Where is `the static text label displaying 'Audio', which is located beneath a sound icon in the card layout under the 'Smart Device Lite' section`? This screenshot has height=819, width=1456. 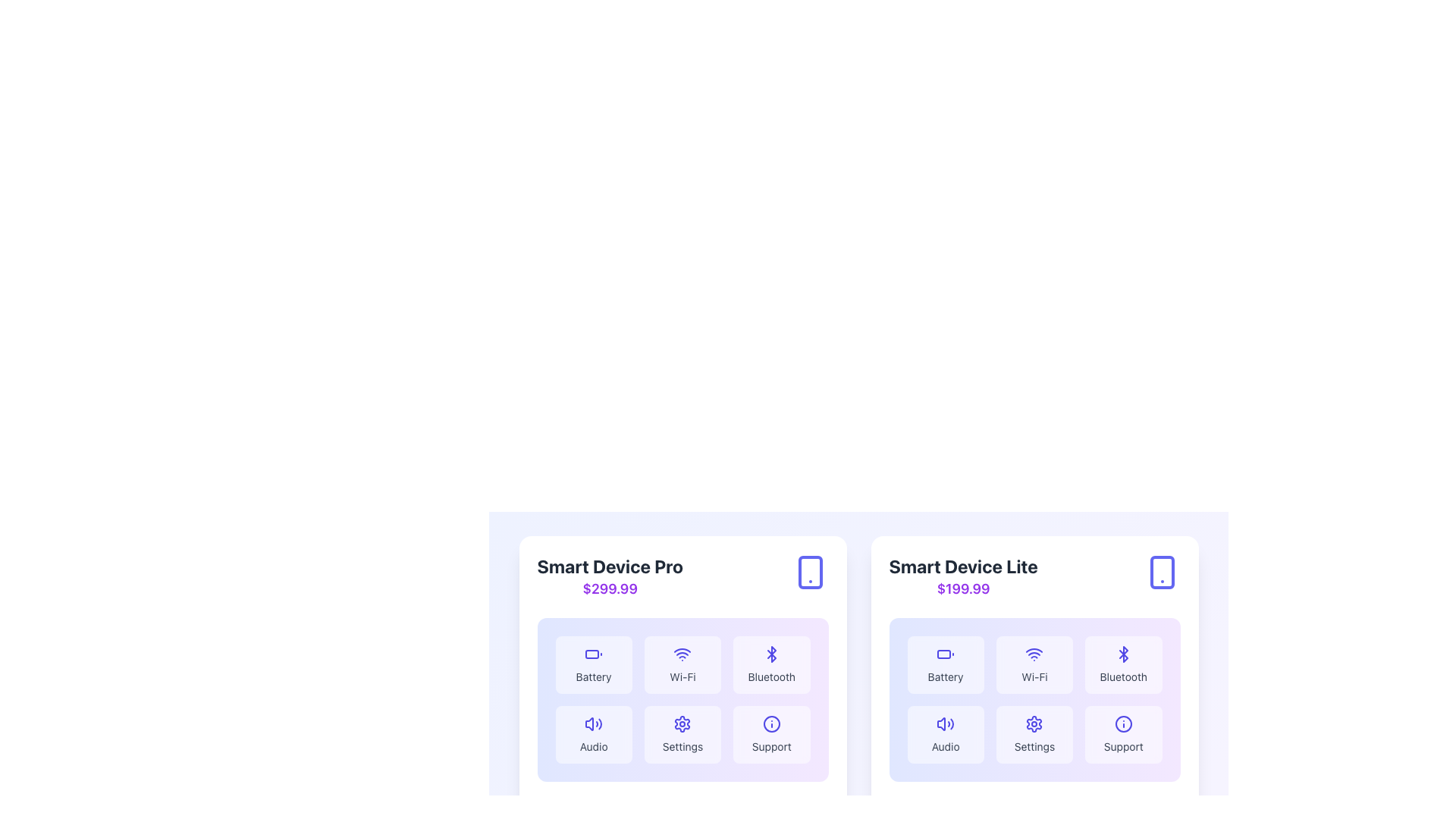
the static text label displaying 'Audio', which is located beneath a sound icon in the card layout under the 'Smart Device Lite' section is located at coordinates (593, 745).